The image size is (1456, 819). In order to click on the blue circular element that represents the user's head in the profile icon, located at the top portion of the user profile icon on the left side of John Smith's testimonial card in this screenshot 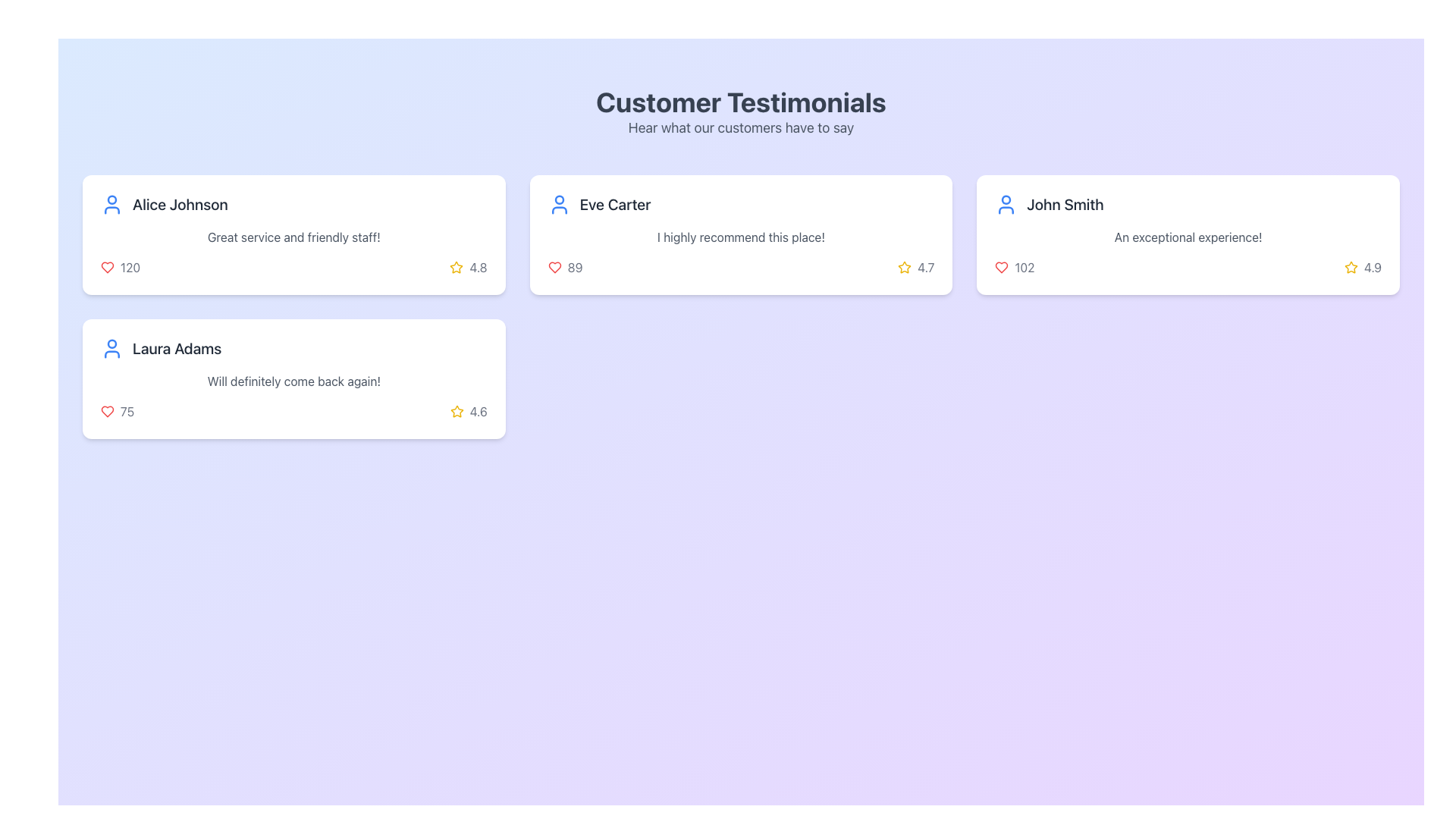, I will do `click(1006, 199)`.